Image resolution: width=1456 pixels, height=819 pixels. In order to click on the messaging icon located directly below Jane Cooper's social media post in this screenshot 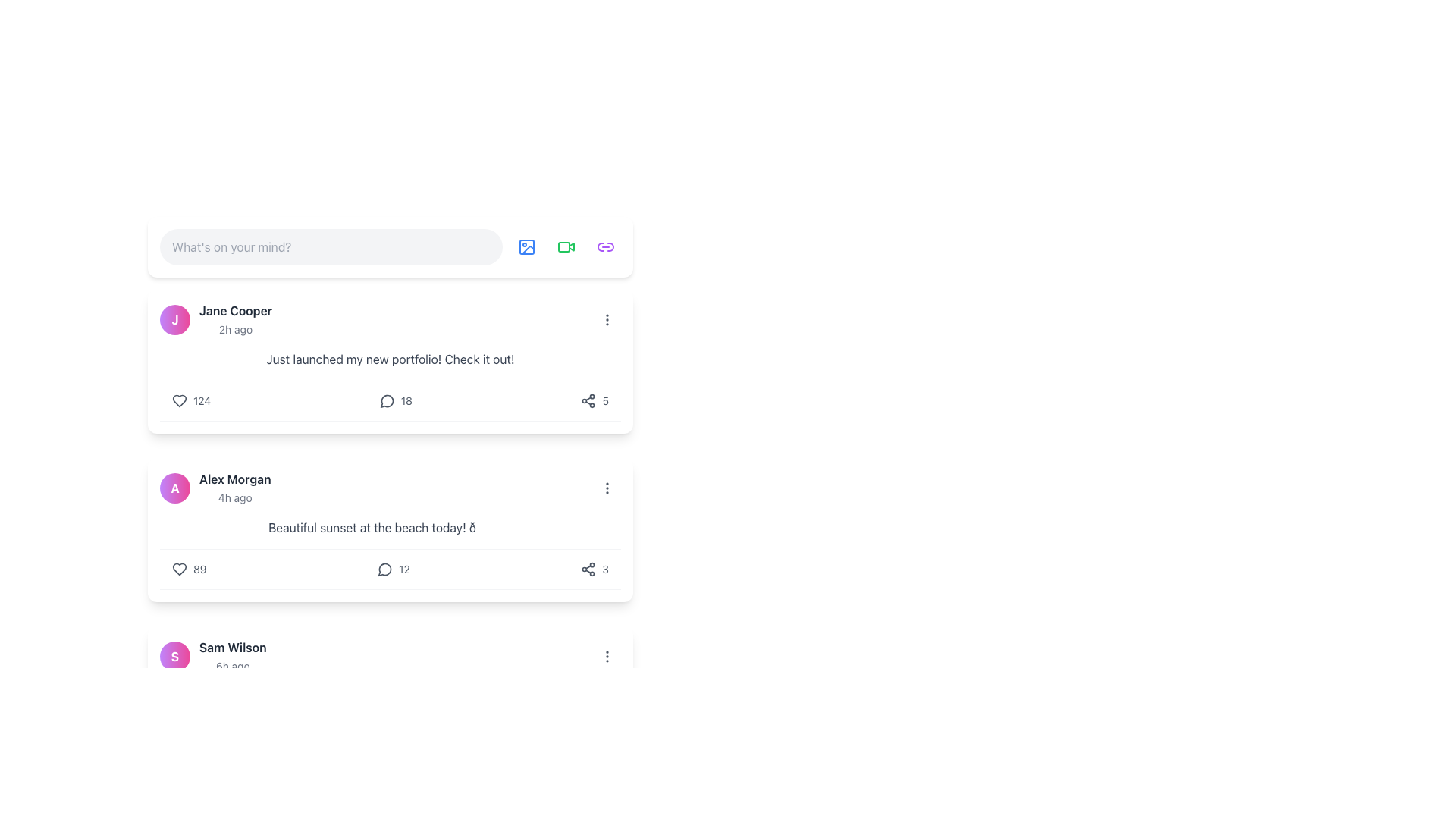, I will do `click(387, 400)`.